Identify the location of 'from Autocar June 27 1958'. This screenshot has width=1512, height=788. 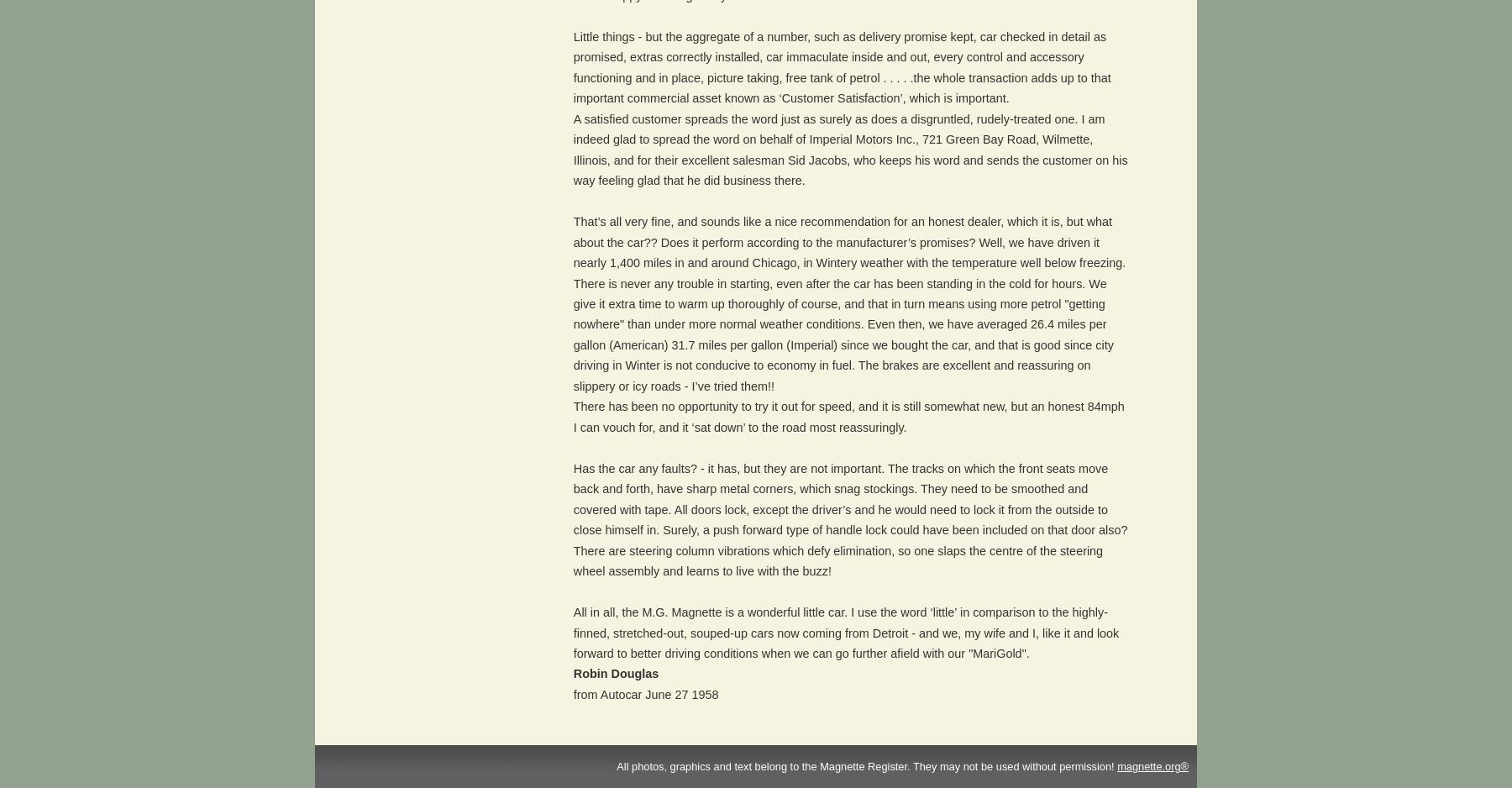
(644, 694).